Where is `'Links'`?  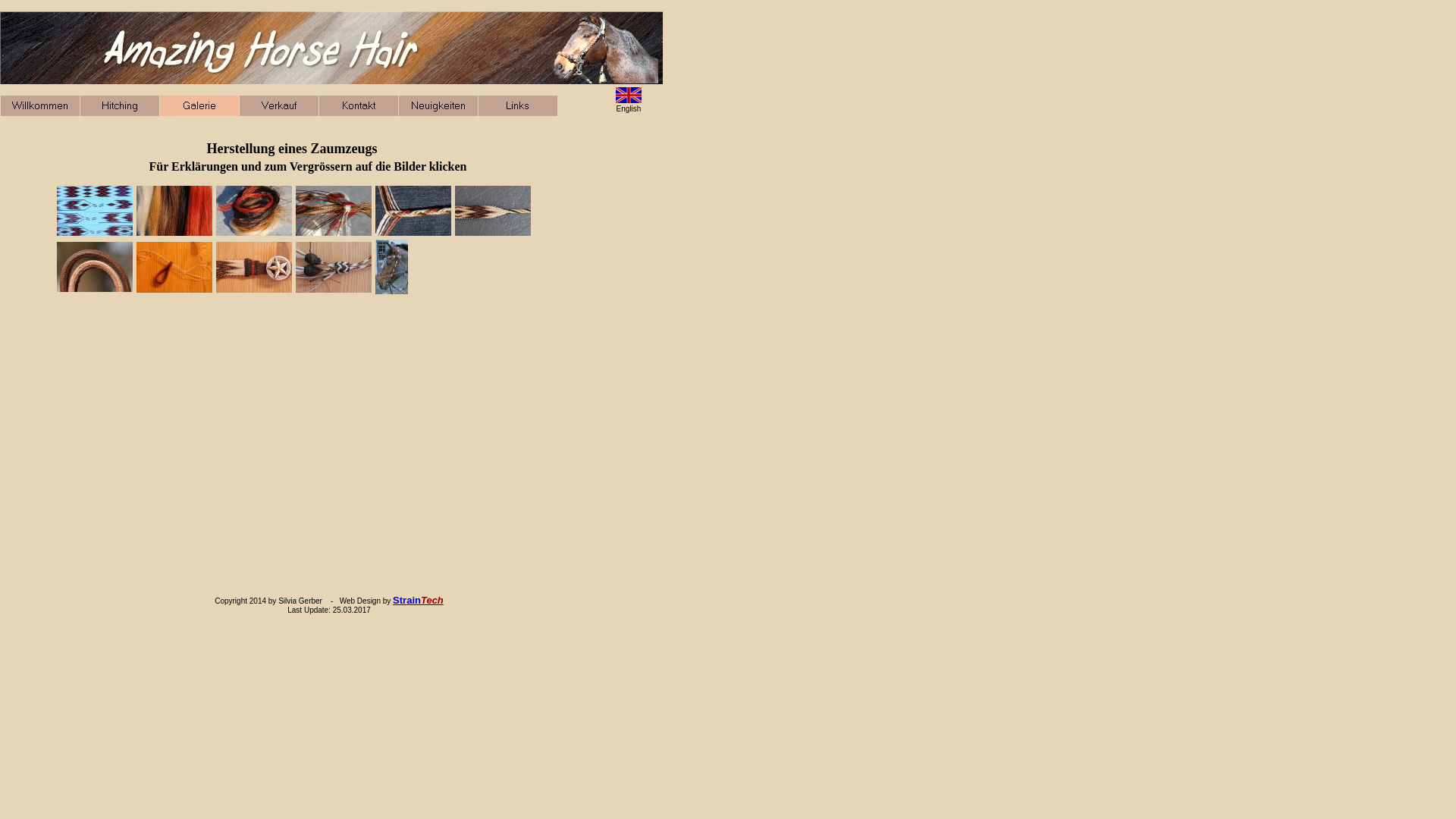
'Links' is located at coordinates (517, 105).